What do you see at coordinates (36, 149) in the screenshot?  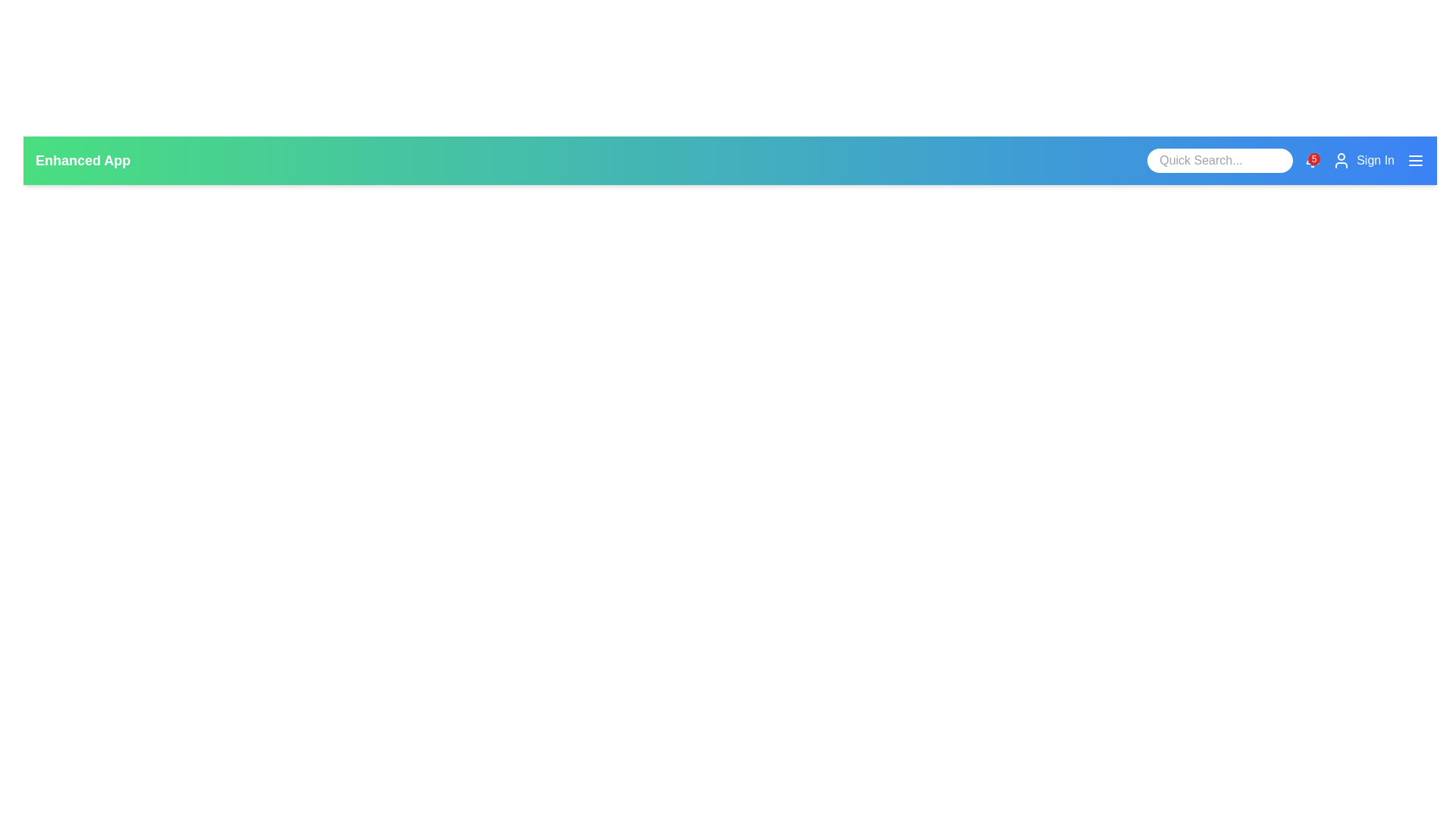 I see `the application title by clicking and dragging over the text 'Enhanced App'` at bounding box center [36, 149].